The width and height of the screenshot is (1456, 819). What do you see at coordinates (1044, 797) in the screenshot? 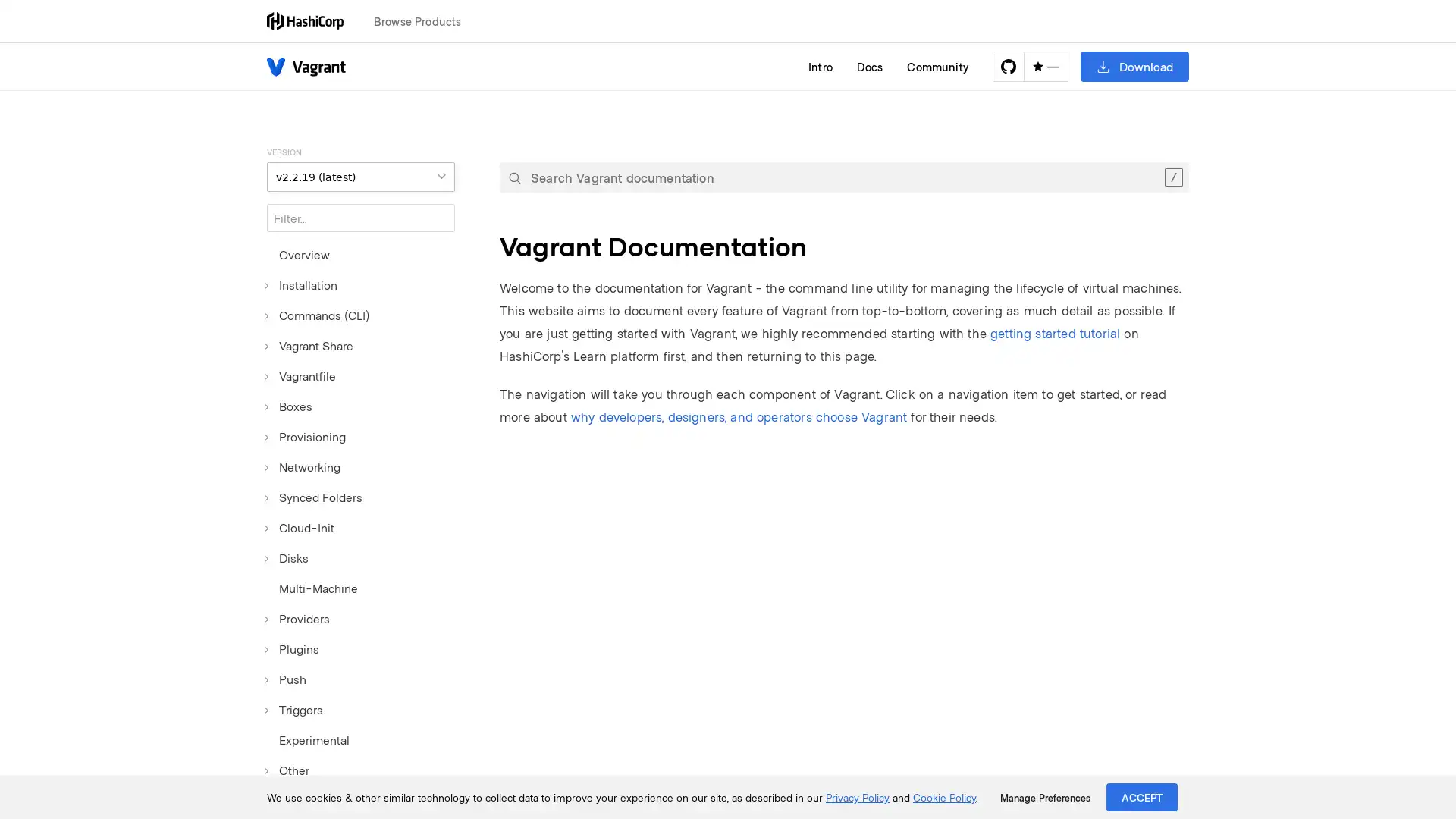
I see `Manage Preferences` at bounding box center [1044, 797].